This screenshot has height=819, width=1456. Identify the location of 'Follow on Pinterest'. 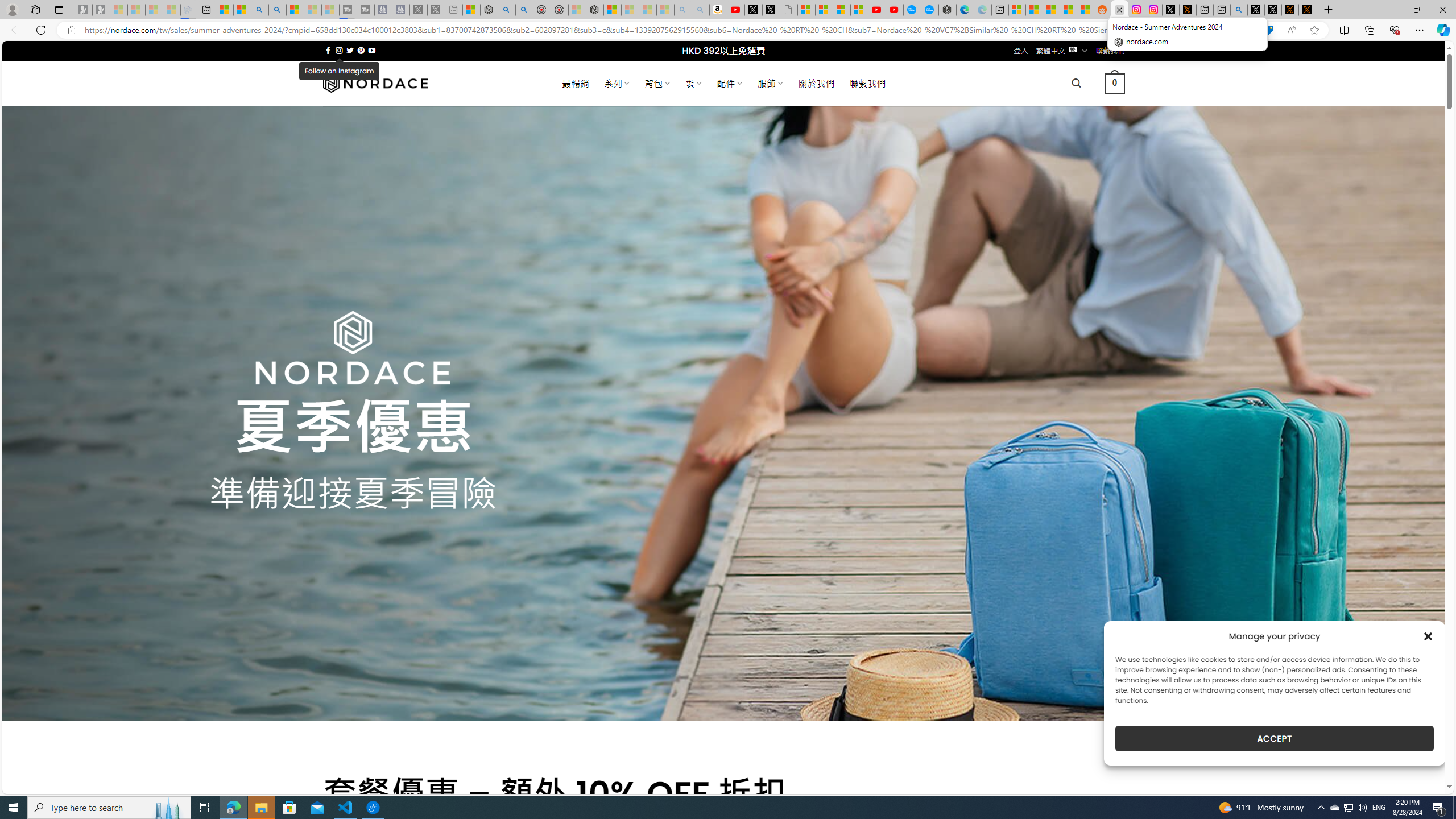
(359, 50).